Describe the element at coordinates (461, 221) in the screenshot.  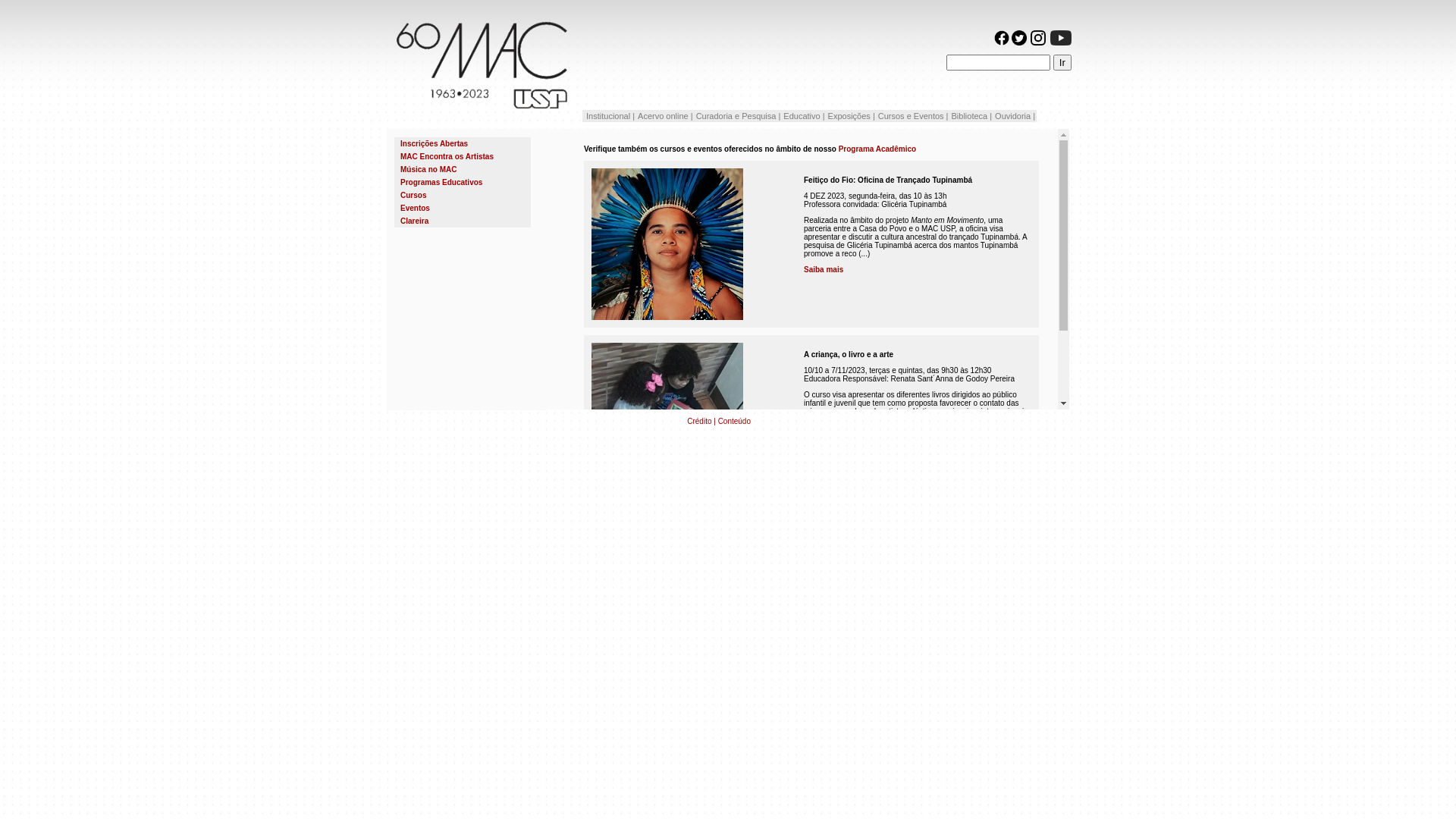
I see `'Clareira'` at that location.